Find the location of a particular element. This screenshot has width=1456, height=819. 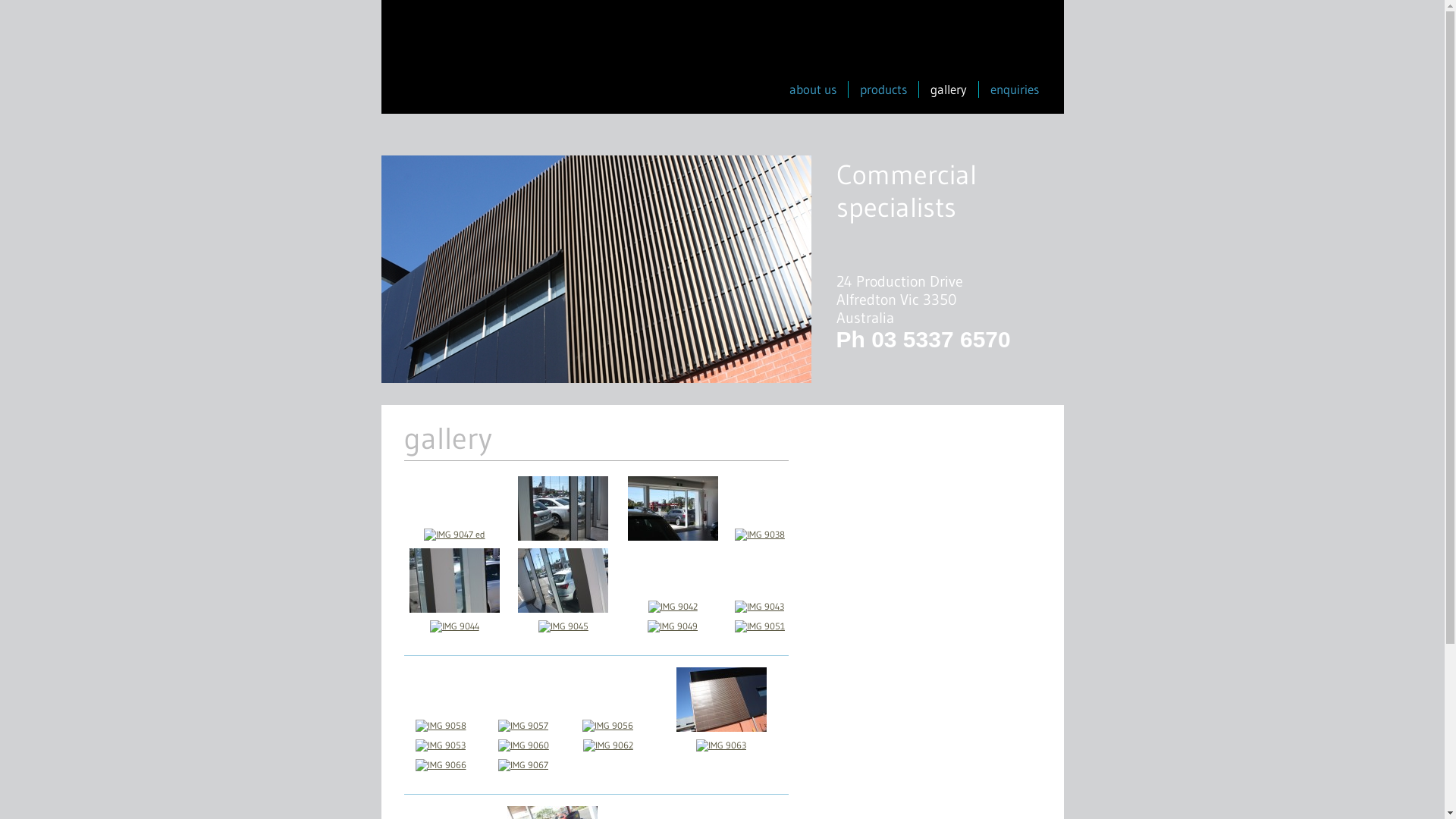

'IMG 9056' is located at coordinates (607, 725).